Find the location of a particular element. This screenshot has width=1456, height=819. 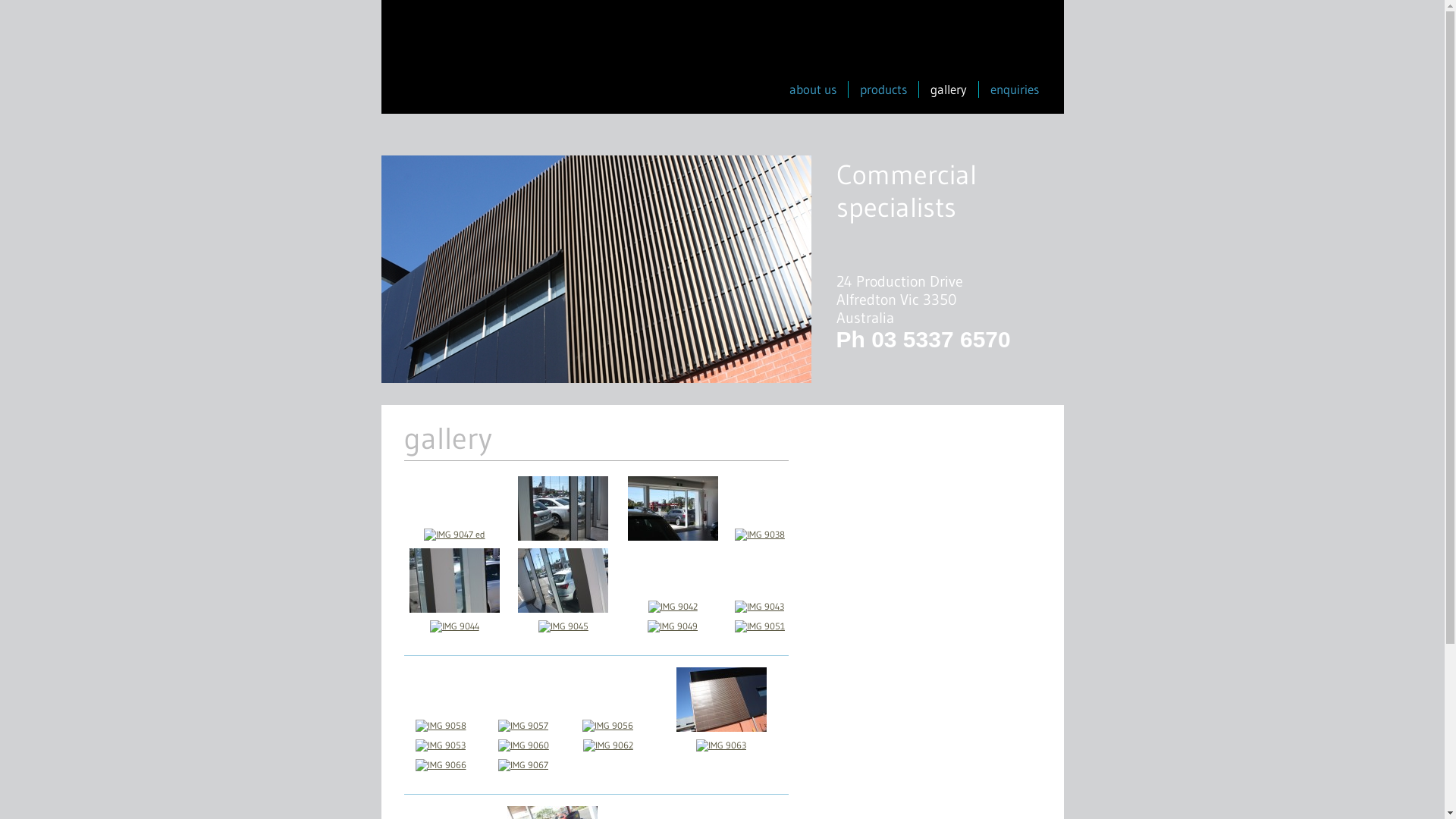

'IMG 9056' is located at coordinates (607, 725).